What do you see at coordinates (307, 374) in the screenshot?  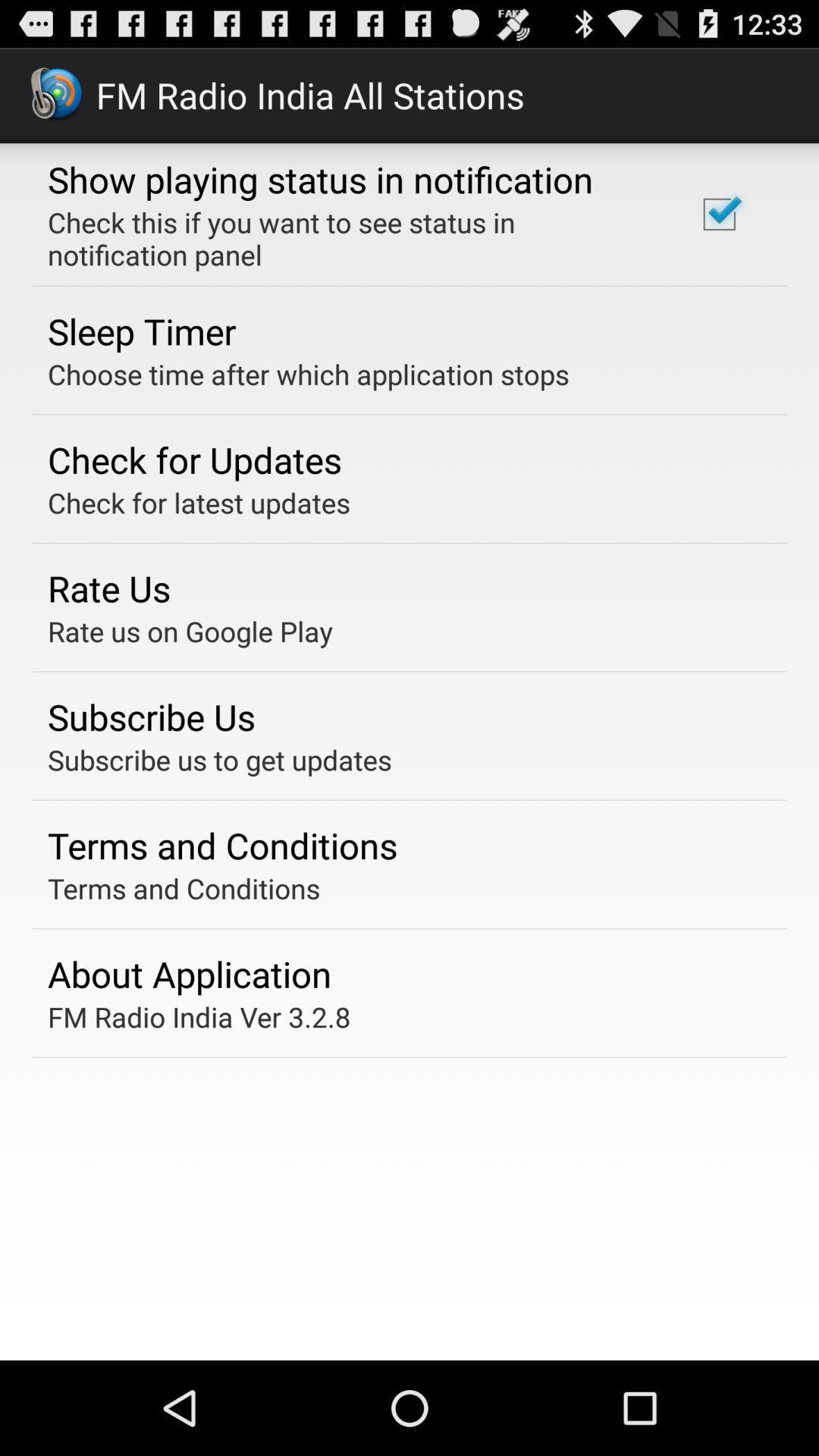 I see `choose time after icon` at bounding box center [307, 374].